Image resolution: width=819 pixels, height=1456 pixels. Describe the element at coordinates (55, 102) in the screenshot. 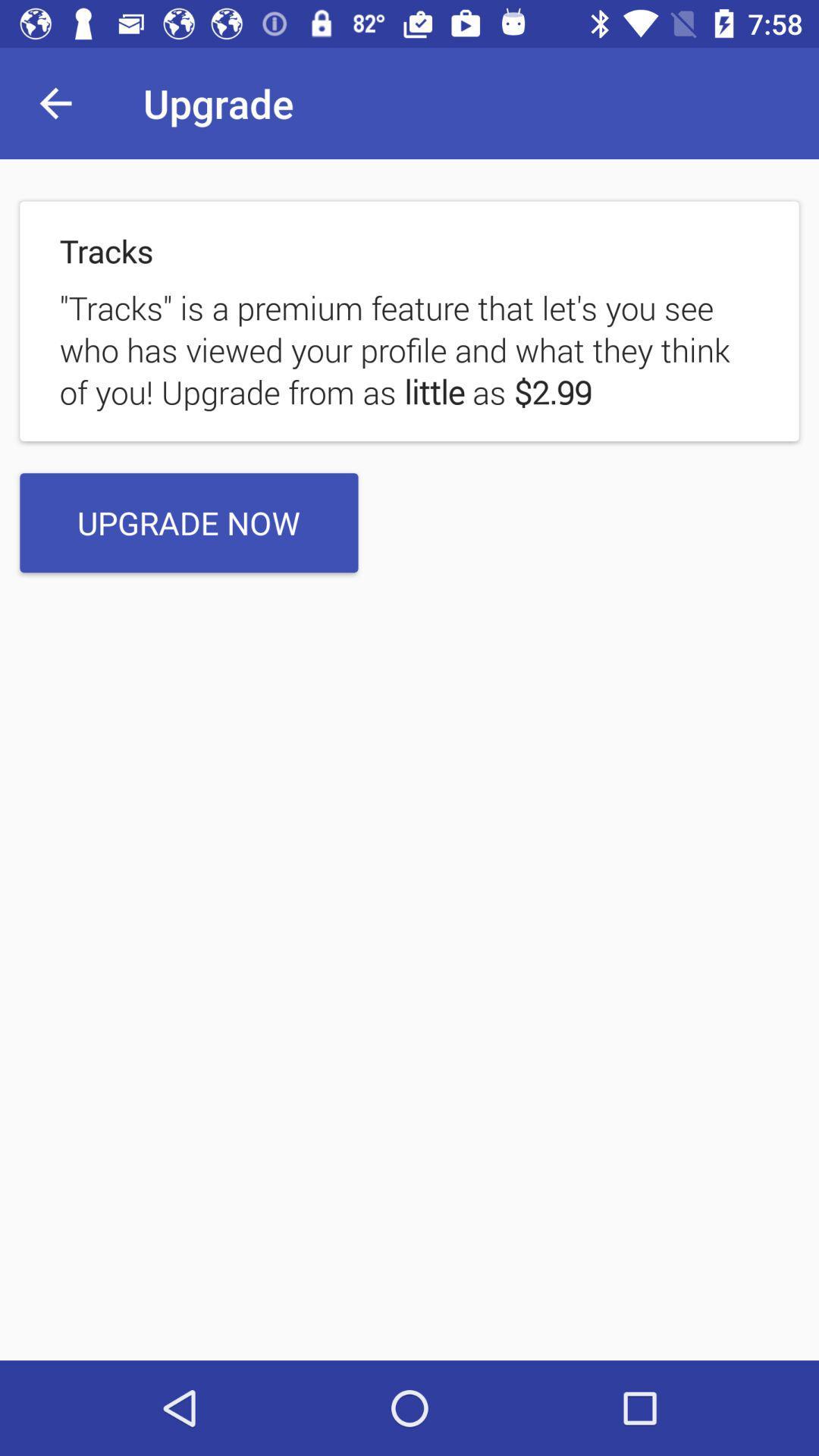

I see `item above the tracks` at that location.